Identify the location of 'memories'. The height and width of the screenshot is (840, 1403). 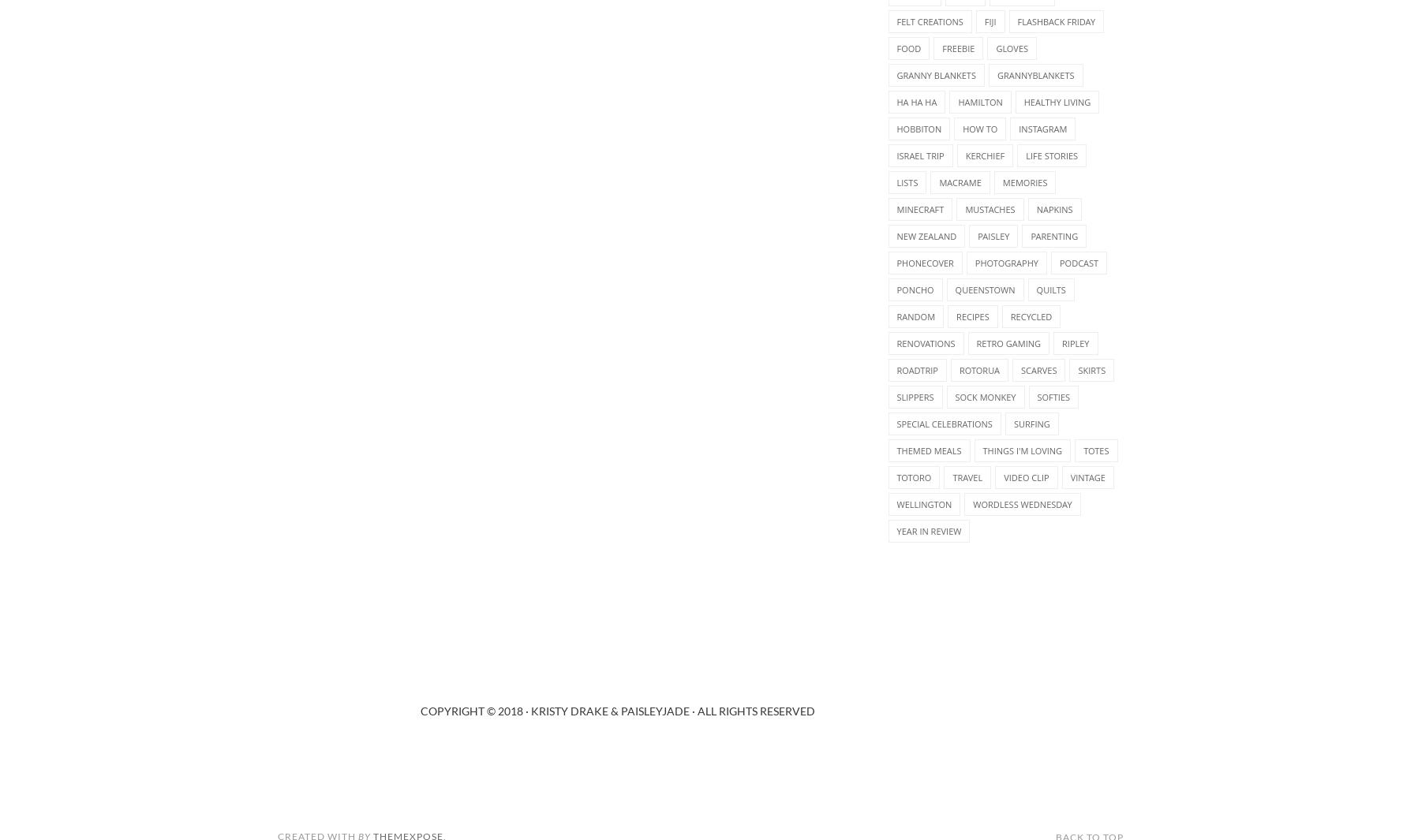
(1024, 181).